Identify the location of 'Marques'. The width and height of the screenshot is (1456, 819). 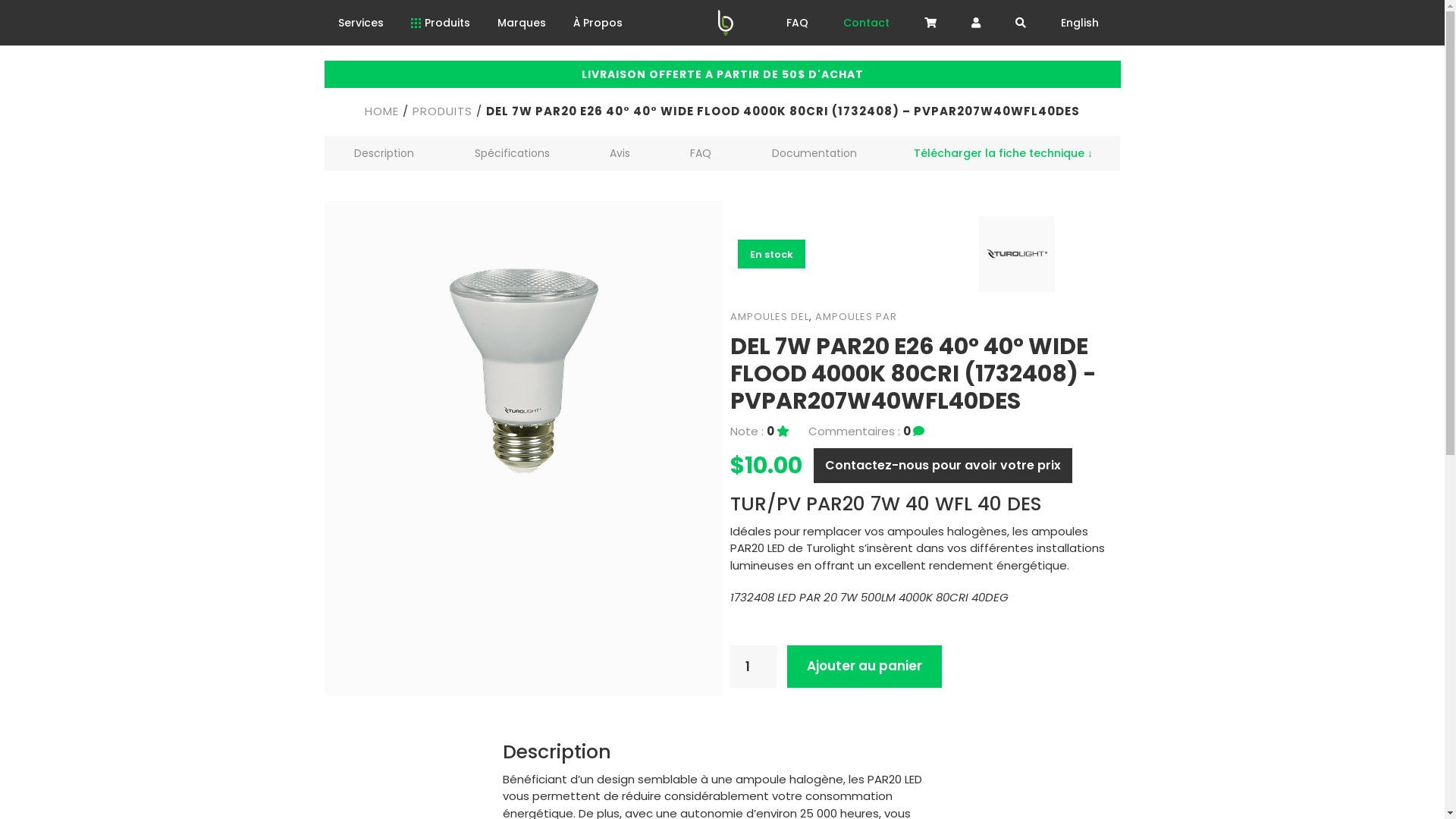
(521, 23).